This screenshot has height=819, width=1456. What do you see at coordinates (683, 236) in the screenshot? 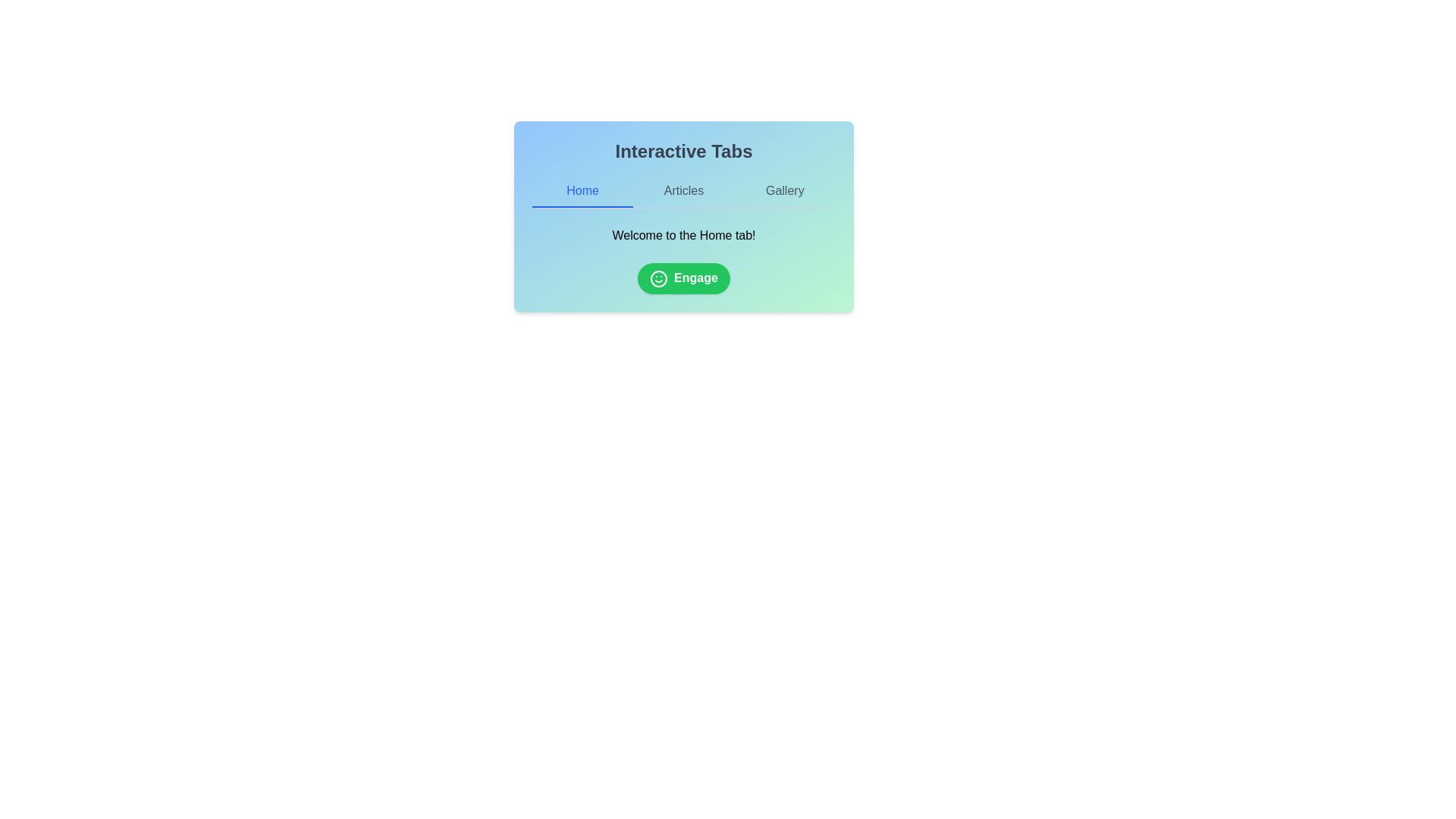
I see `the static text label displaying 'Welcome to the Home tab!', which is centrally aligned below the navigation tabs` at bounding box center [683, 236].